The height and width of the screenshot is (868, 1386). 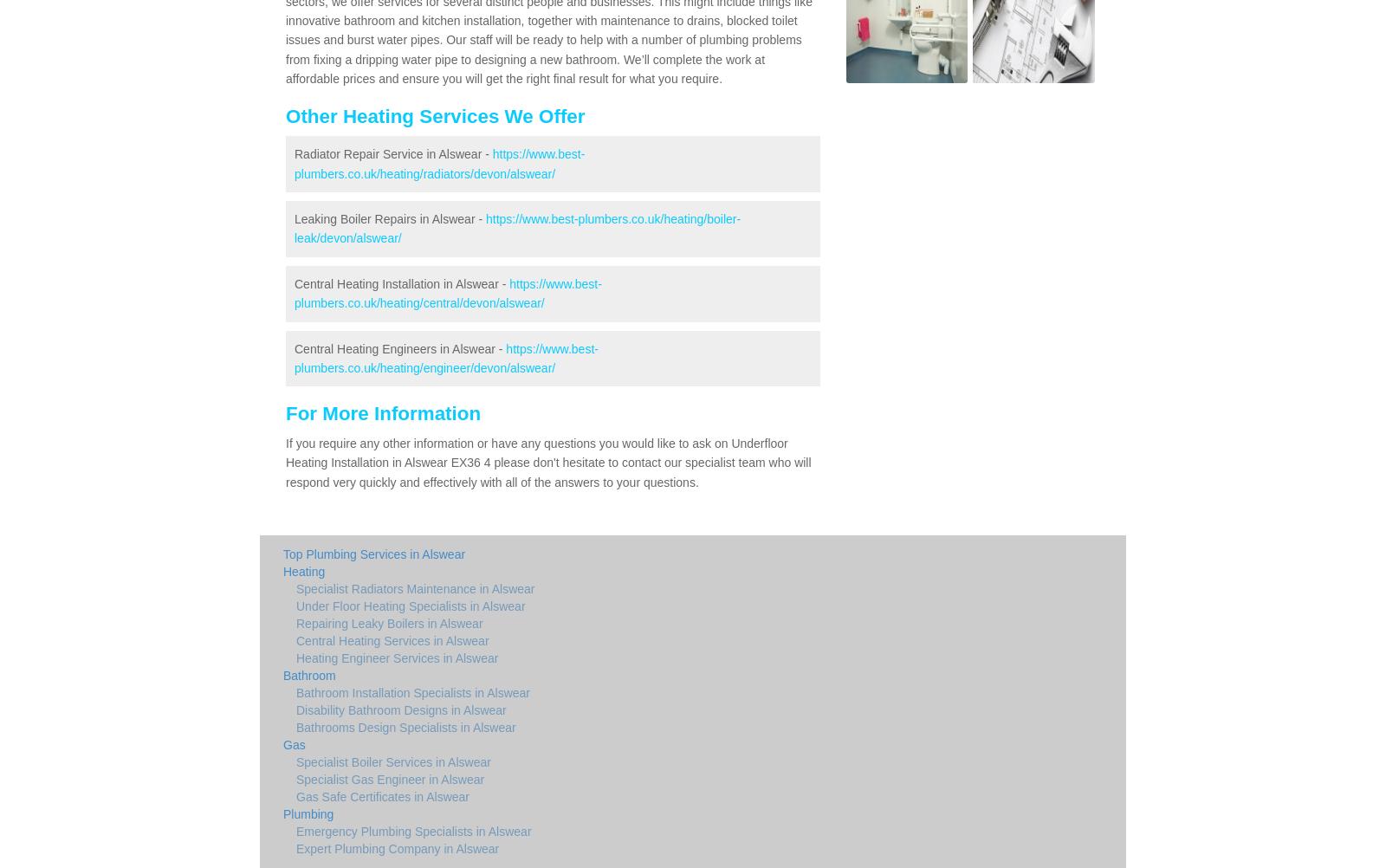 What do you see at coordinates (434, 114) in the screenshot?
I see `'Other Heating Services We Offer'` at bounding box center [434, 114].